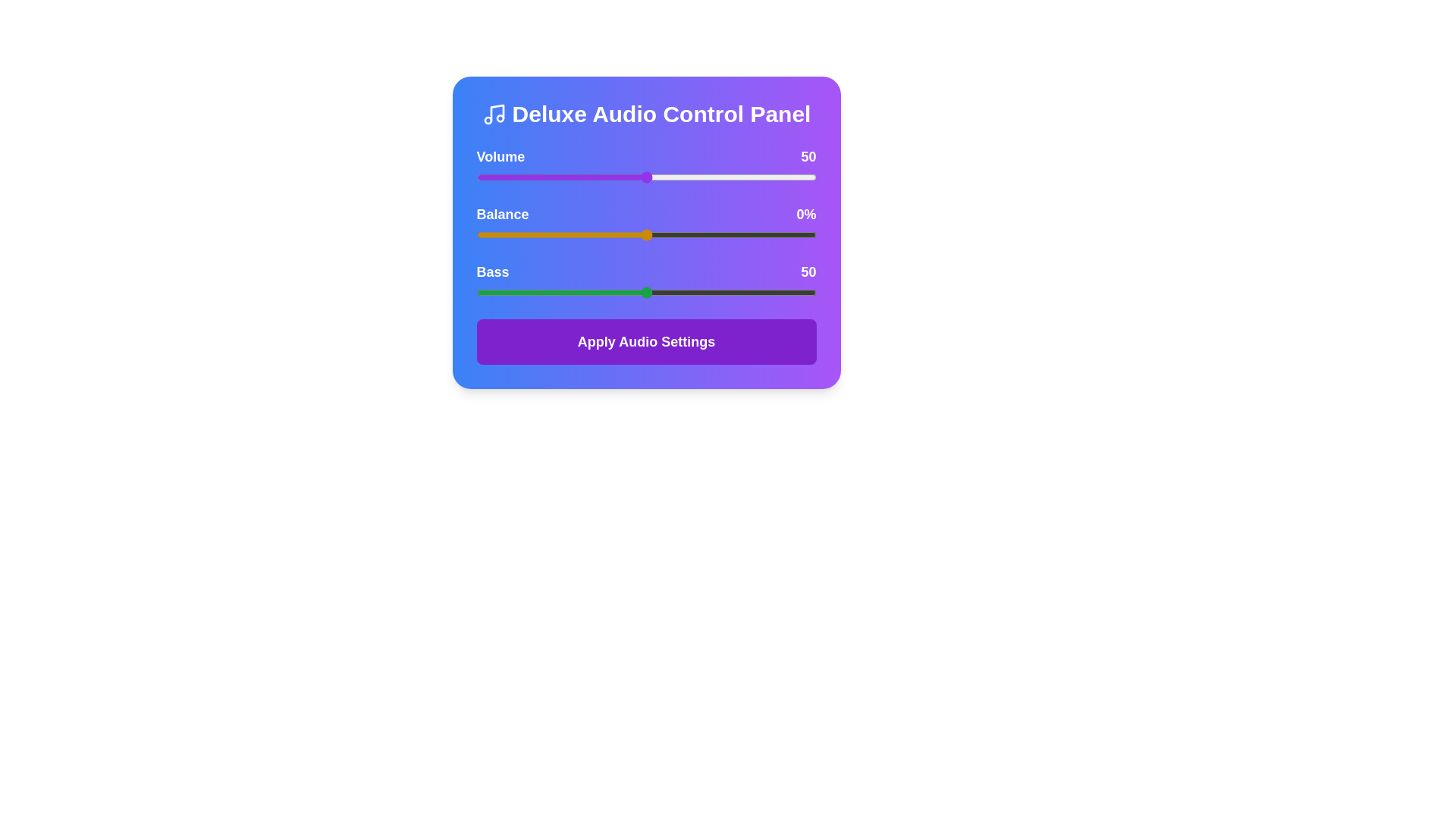  What do you see at coordinates (581, 234) in the screenshot?
I see `balance` at bounding box center [581, 234].